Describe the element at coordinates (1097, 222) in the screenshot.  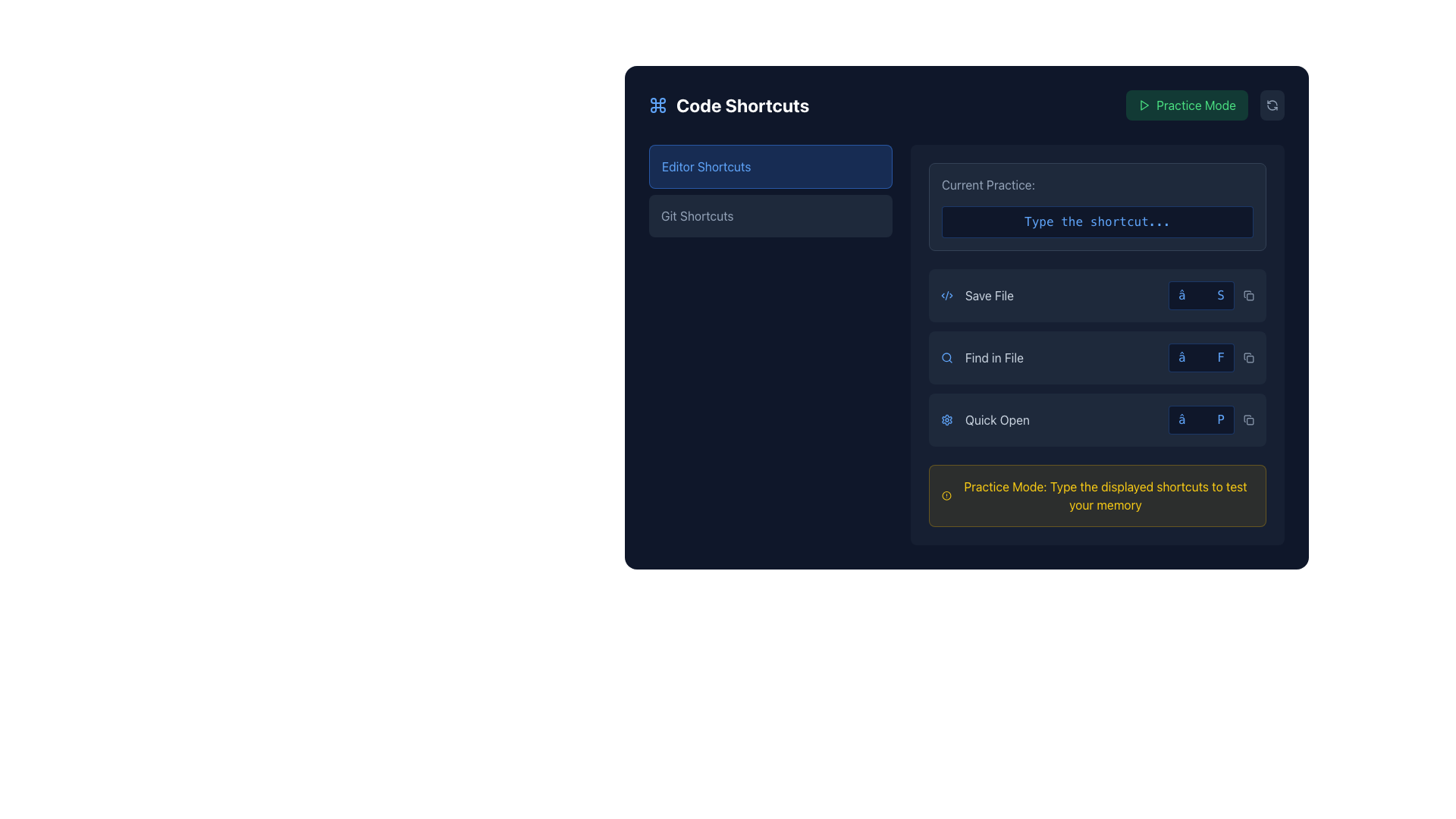
I see `the text field with placeholder 'Type the shortcut...'` at that location.